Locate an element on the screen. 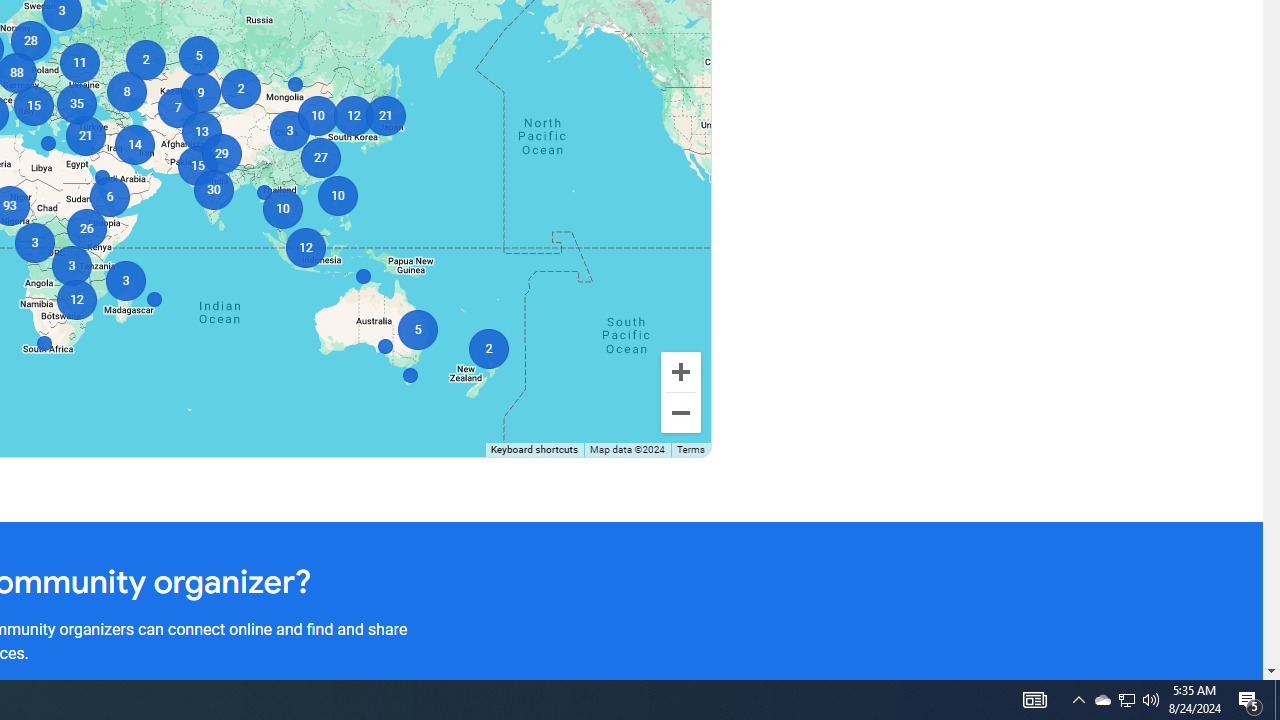  '11' is located at coordinates (79, 61).